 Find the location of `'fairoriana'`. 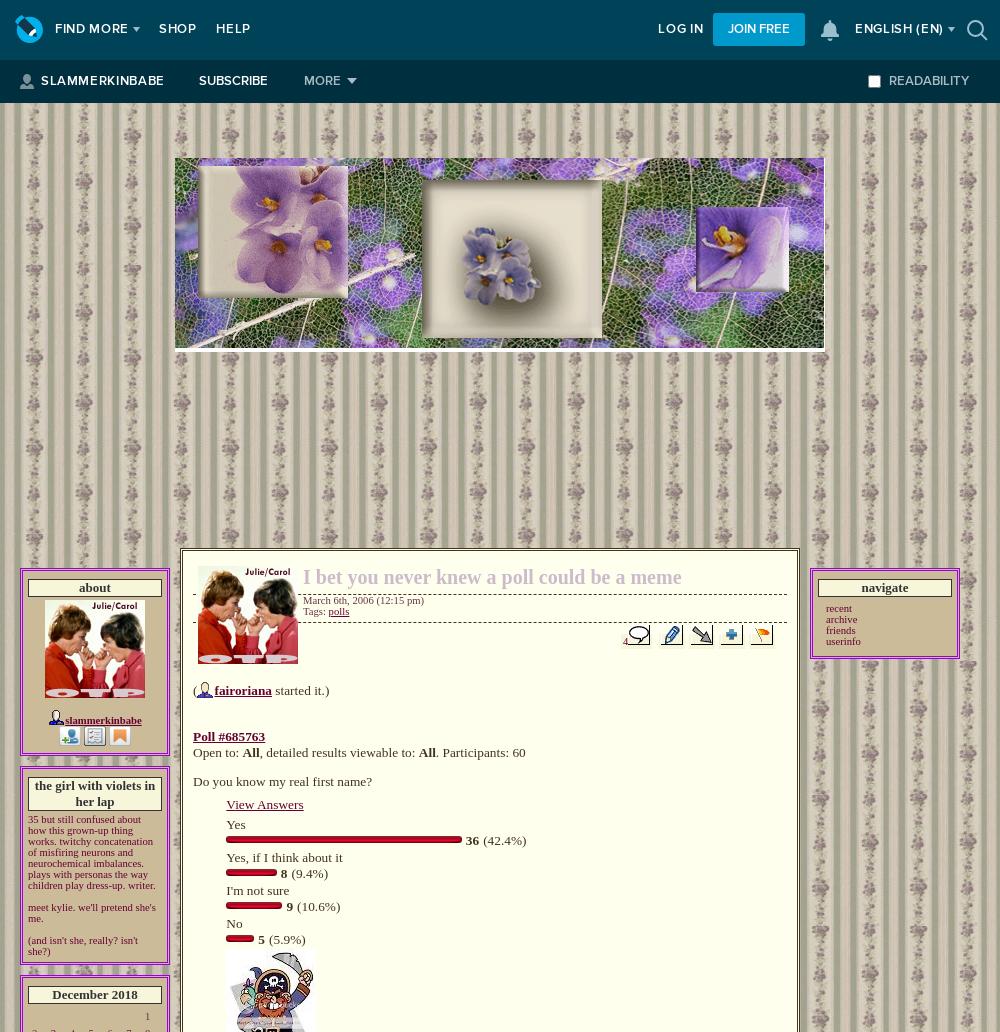

'fairoriana' is located at coordinates (213, 689).